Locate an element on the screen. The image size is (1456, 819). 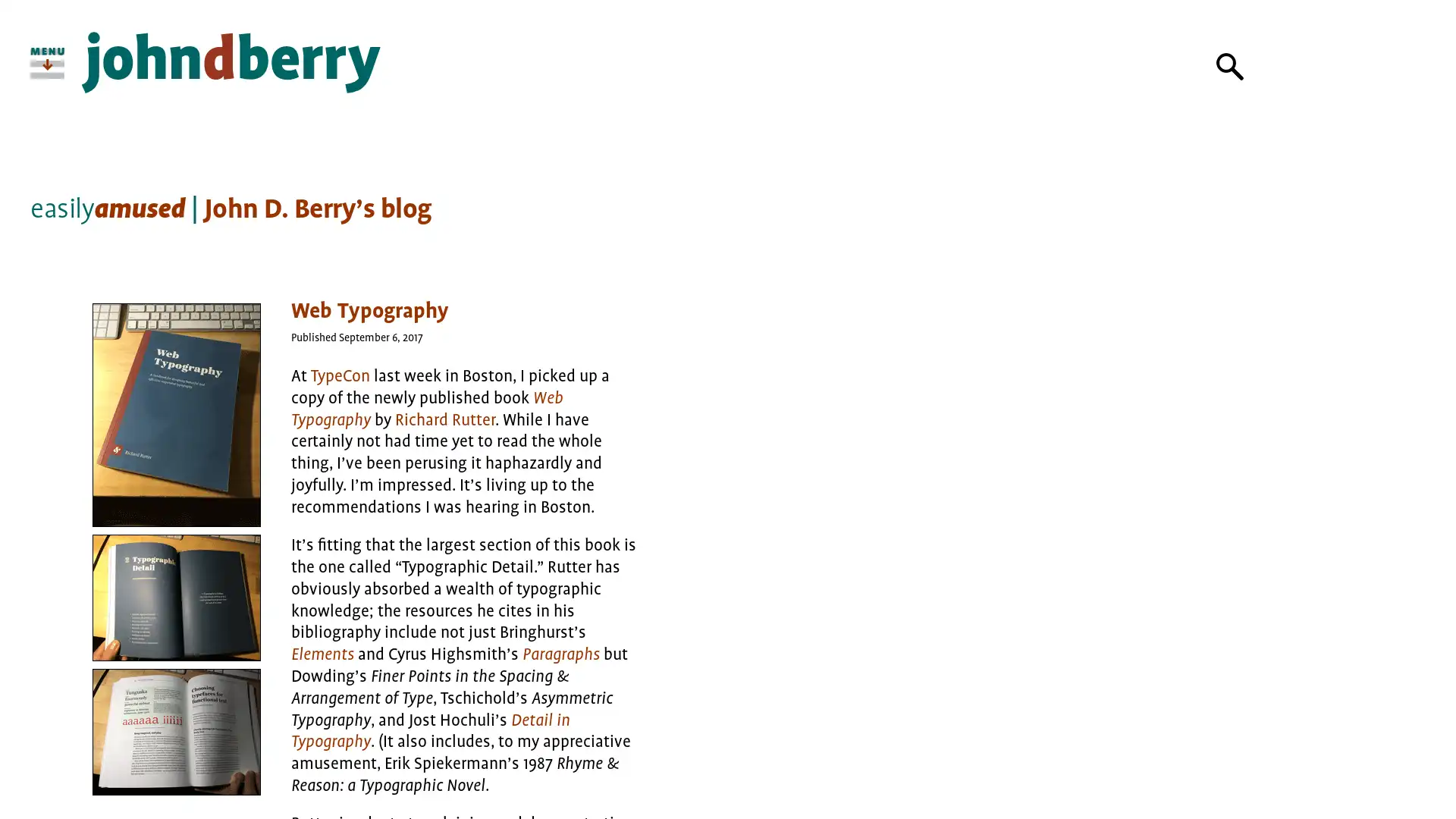
Search is located at coordinates (1230, 66).